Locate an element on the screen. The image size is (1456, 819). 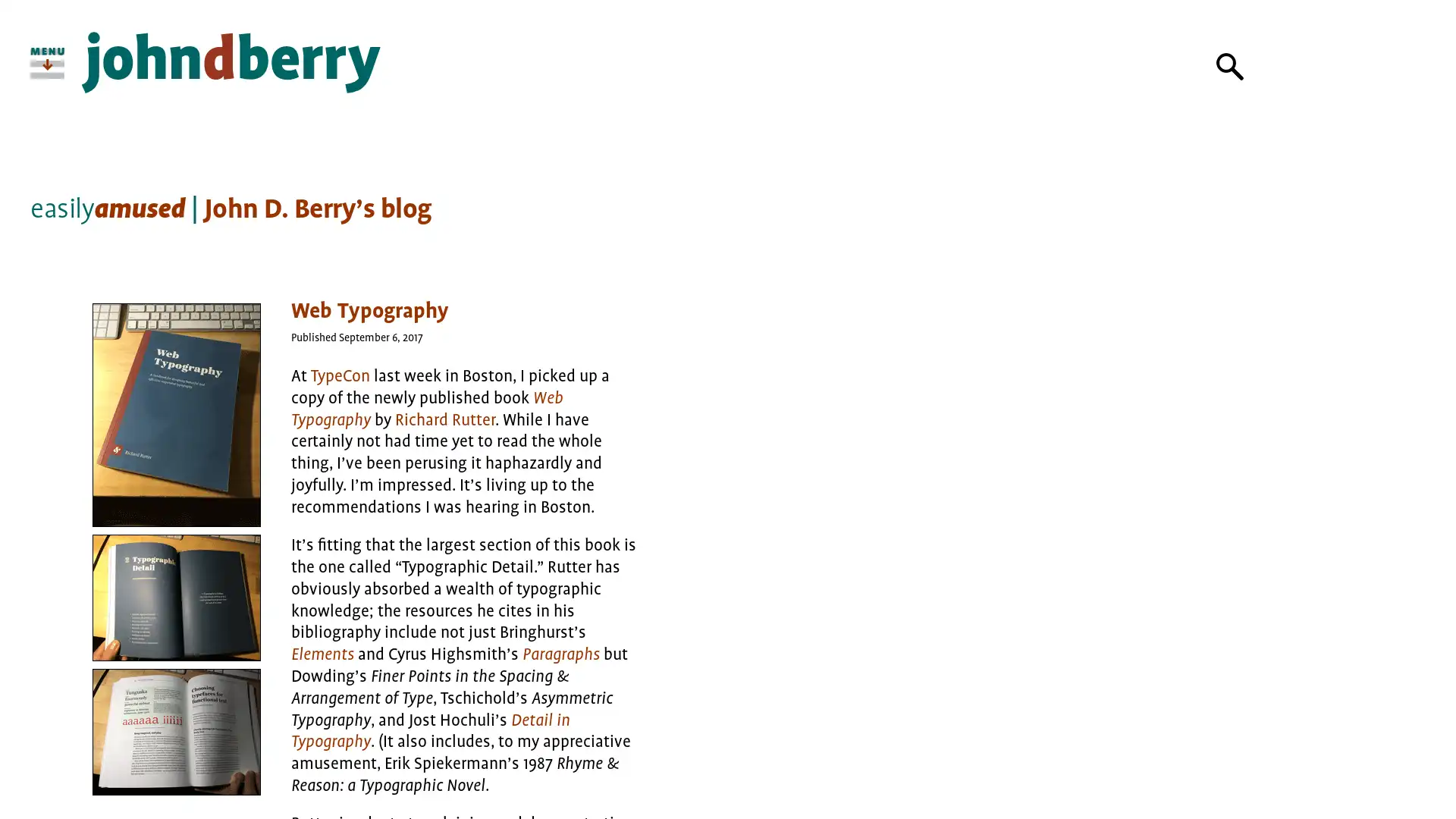
Search is located at coordinates (1230, 66).